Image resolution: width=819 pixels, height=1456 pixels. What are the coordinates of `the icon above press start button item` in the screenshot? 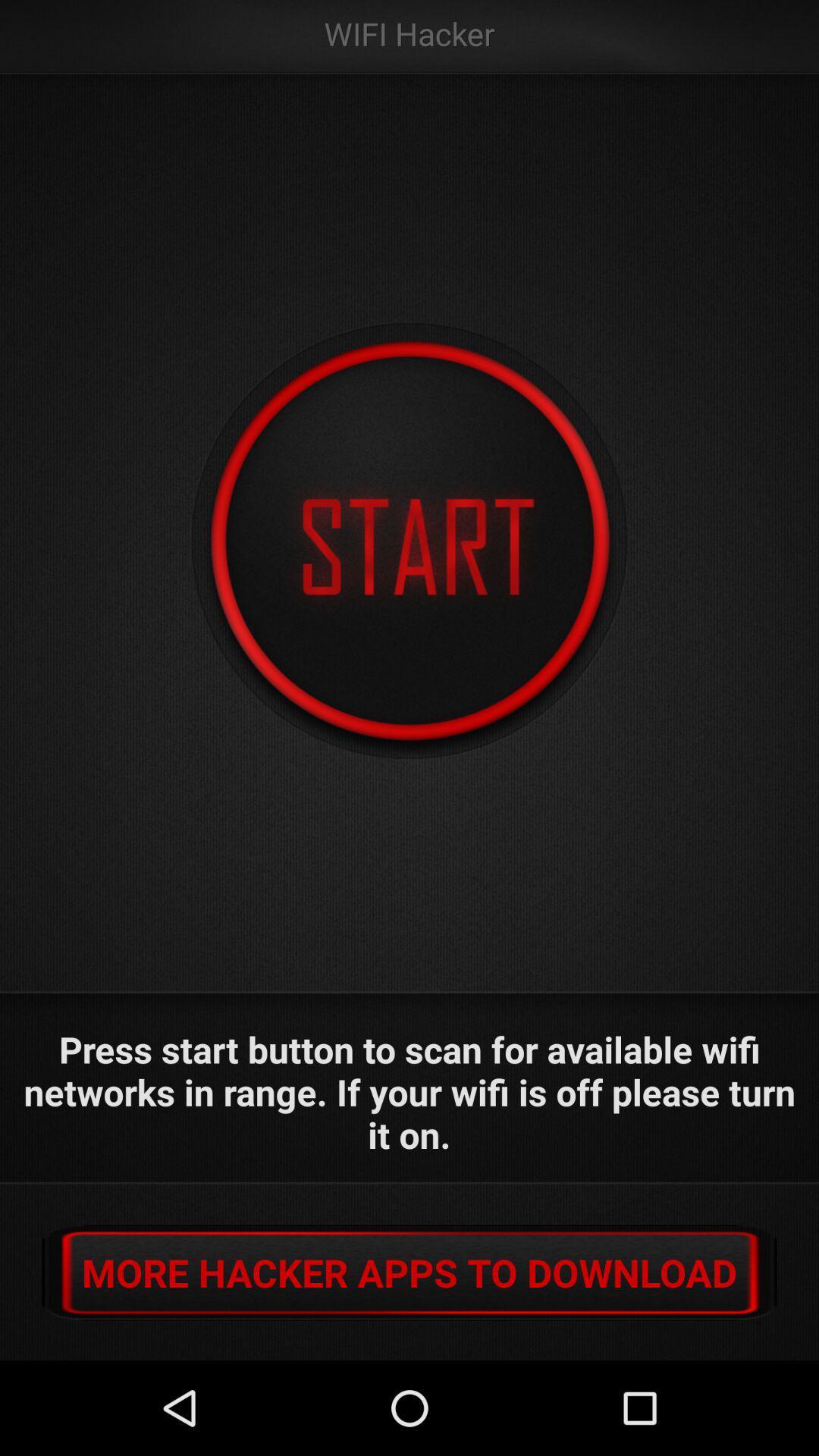 It's located at (409, 541).